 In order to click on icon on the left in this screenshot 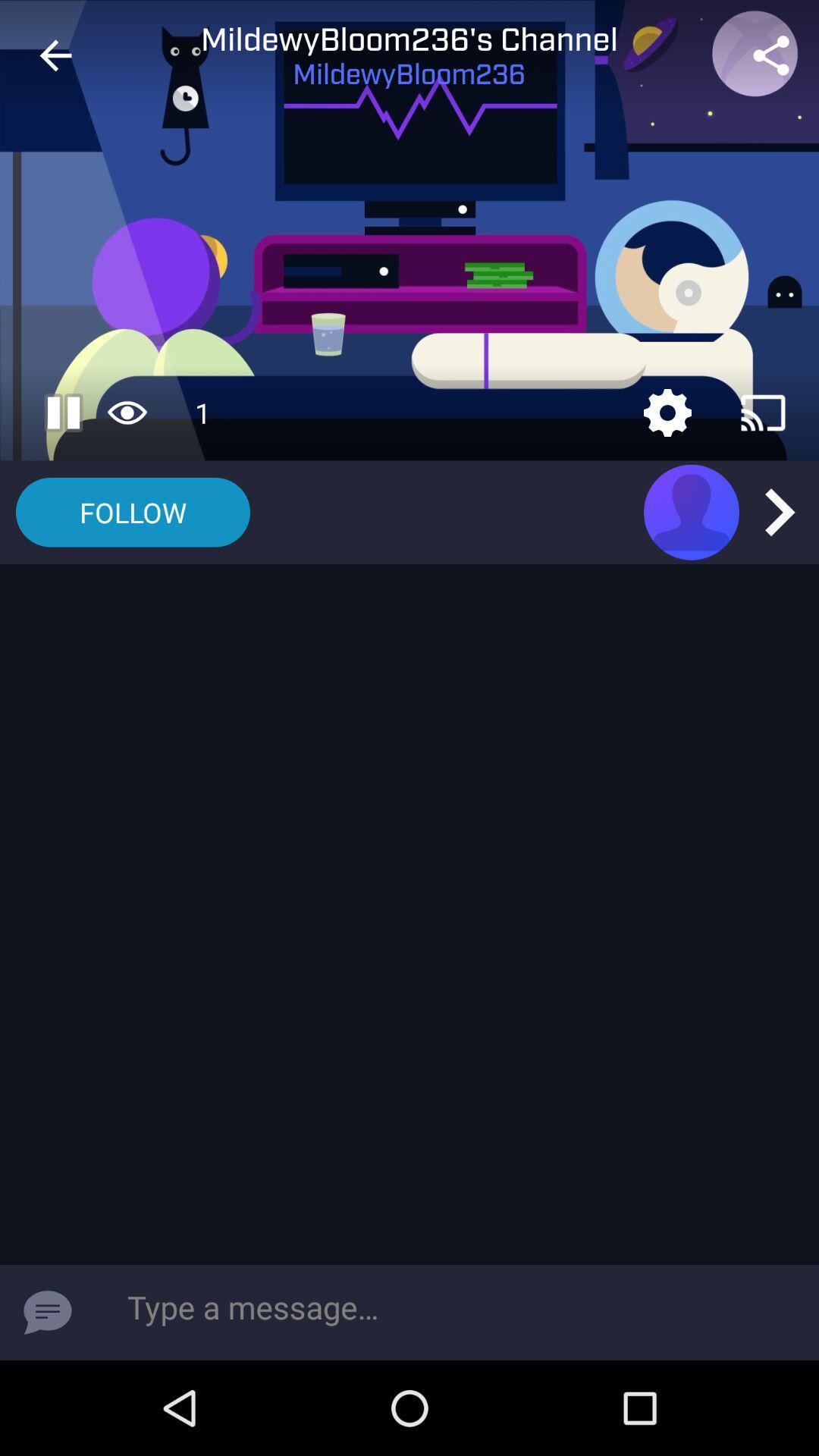, I will do `click(132, 512)`.